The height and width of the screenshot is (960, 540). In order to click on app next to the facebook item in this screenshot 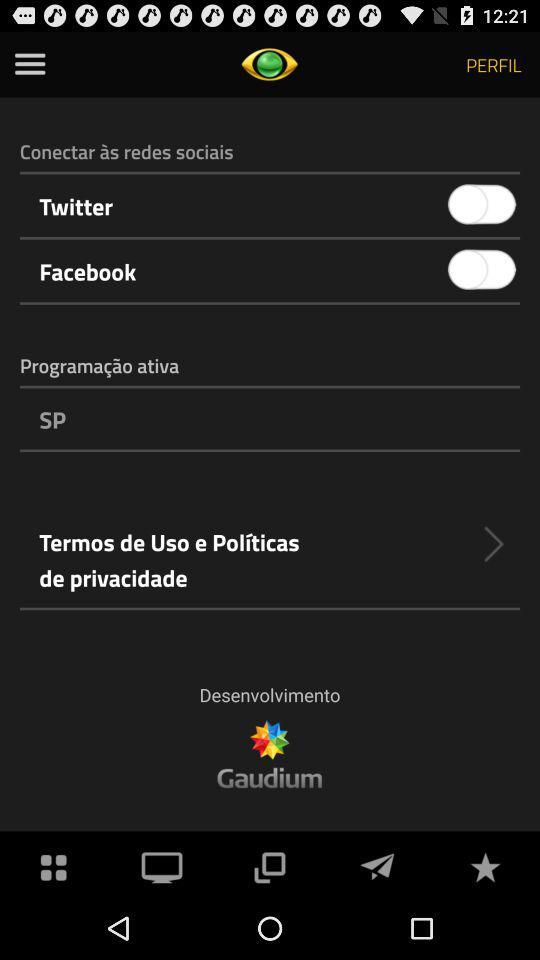, I will do `click(481, 269)`.